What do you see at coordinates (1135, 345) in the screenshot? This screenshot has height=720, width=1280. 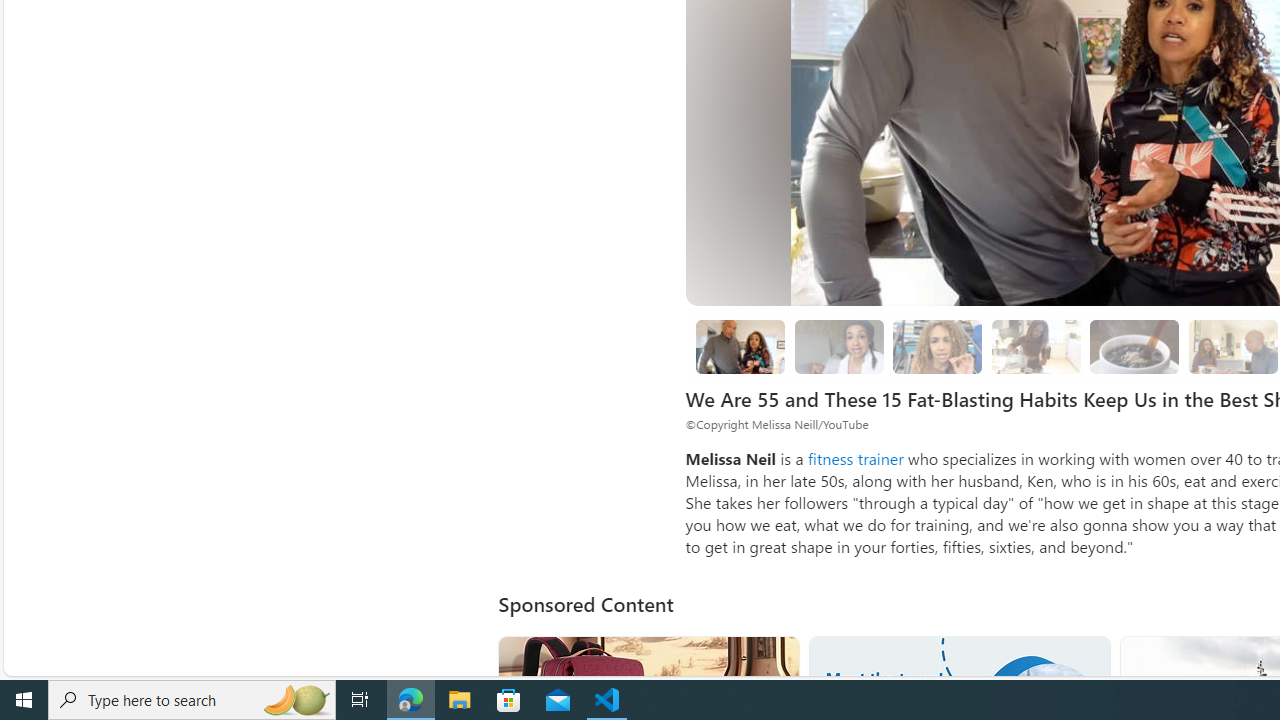 I see `'8 Be Mindful of Coffee'` at bounding box center [1135, 345].